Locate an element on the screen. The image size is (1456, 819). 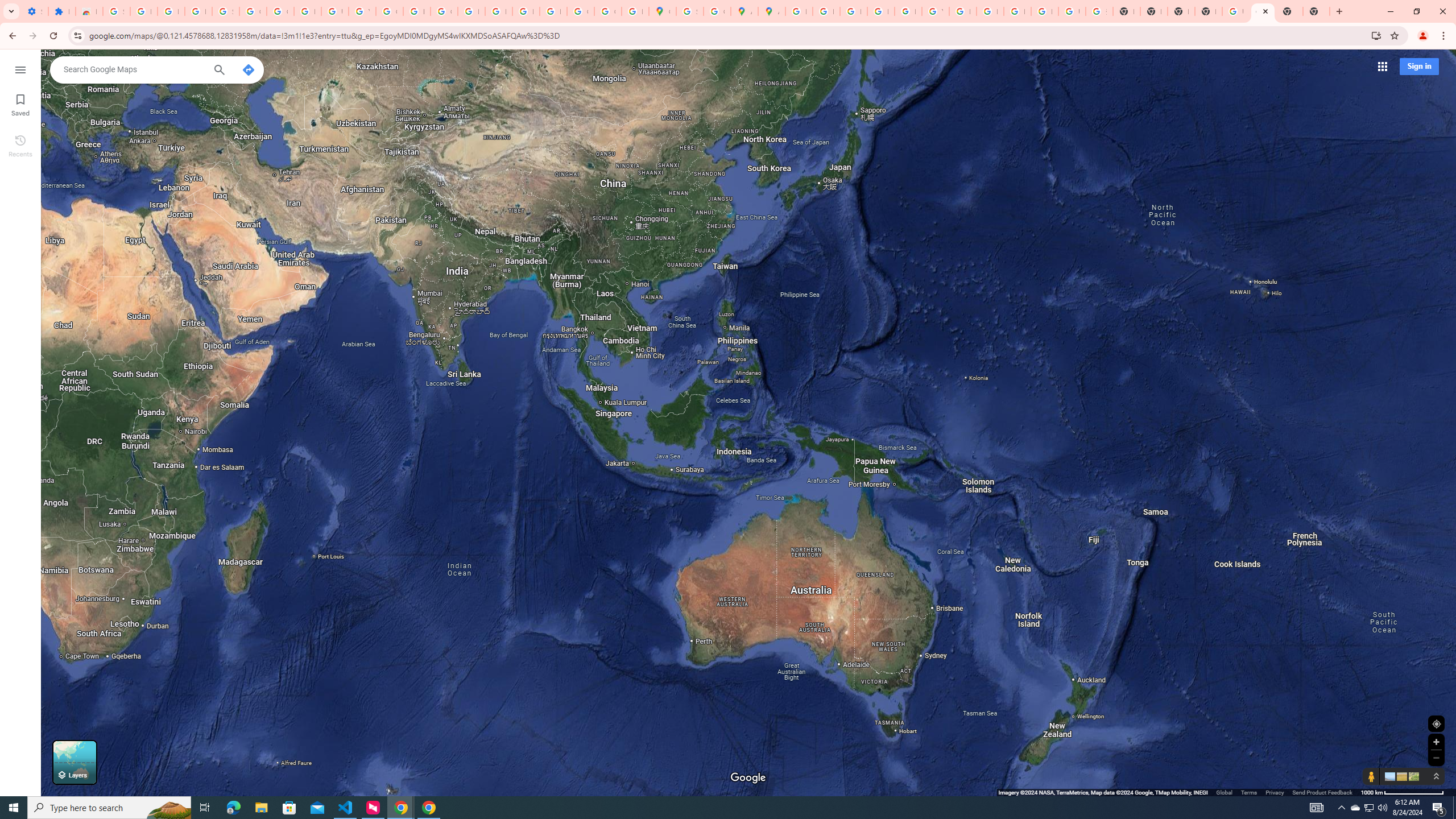
'Global' is located at coordinates (1224, 792).